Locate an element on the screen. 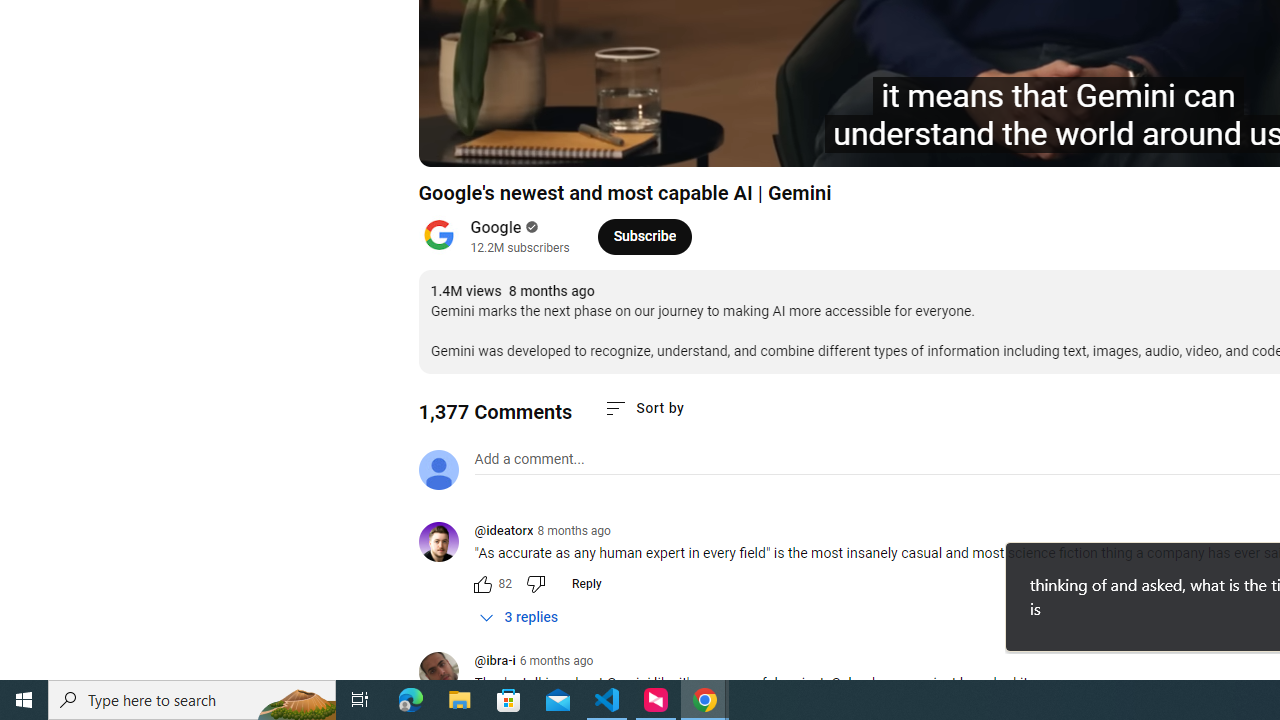 This screenshot has width=1280, height=720. '@ibra-i' is located at coordinates (445, 673).